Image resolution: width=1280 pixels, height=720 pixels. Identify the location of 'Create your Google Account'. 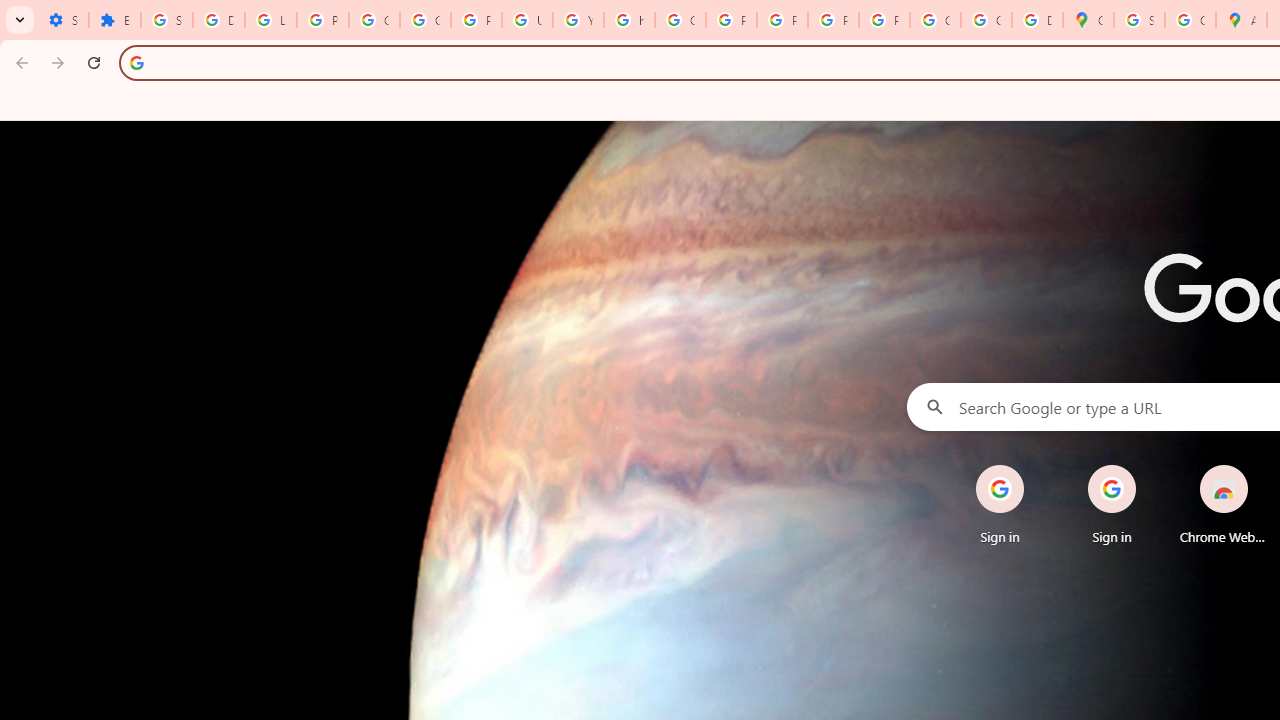
(1190, 20).